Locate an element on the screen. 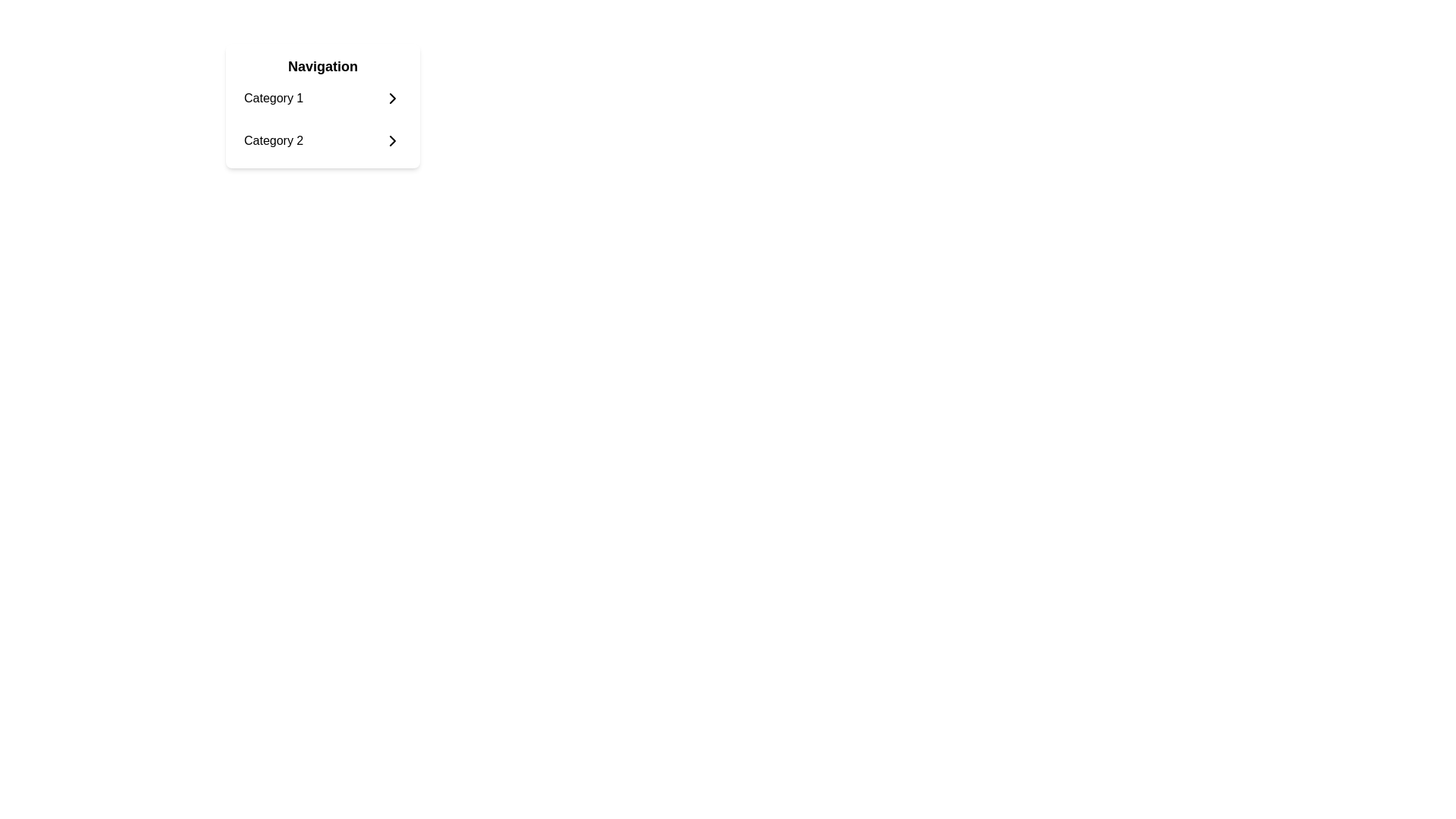 The height and width of the screenshot is (819, 1456). the right-facing chevron icon positioned to the right of the text 'Category 1' in the vertical menu to receive visual feedback is located at coordinates (393, 99).